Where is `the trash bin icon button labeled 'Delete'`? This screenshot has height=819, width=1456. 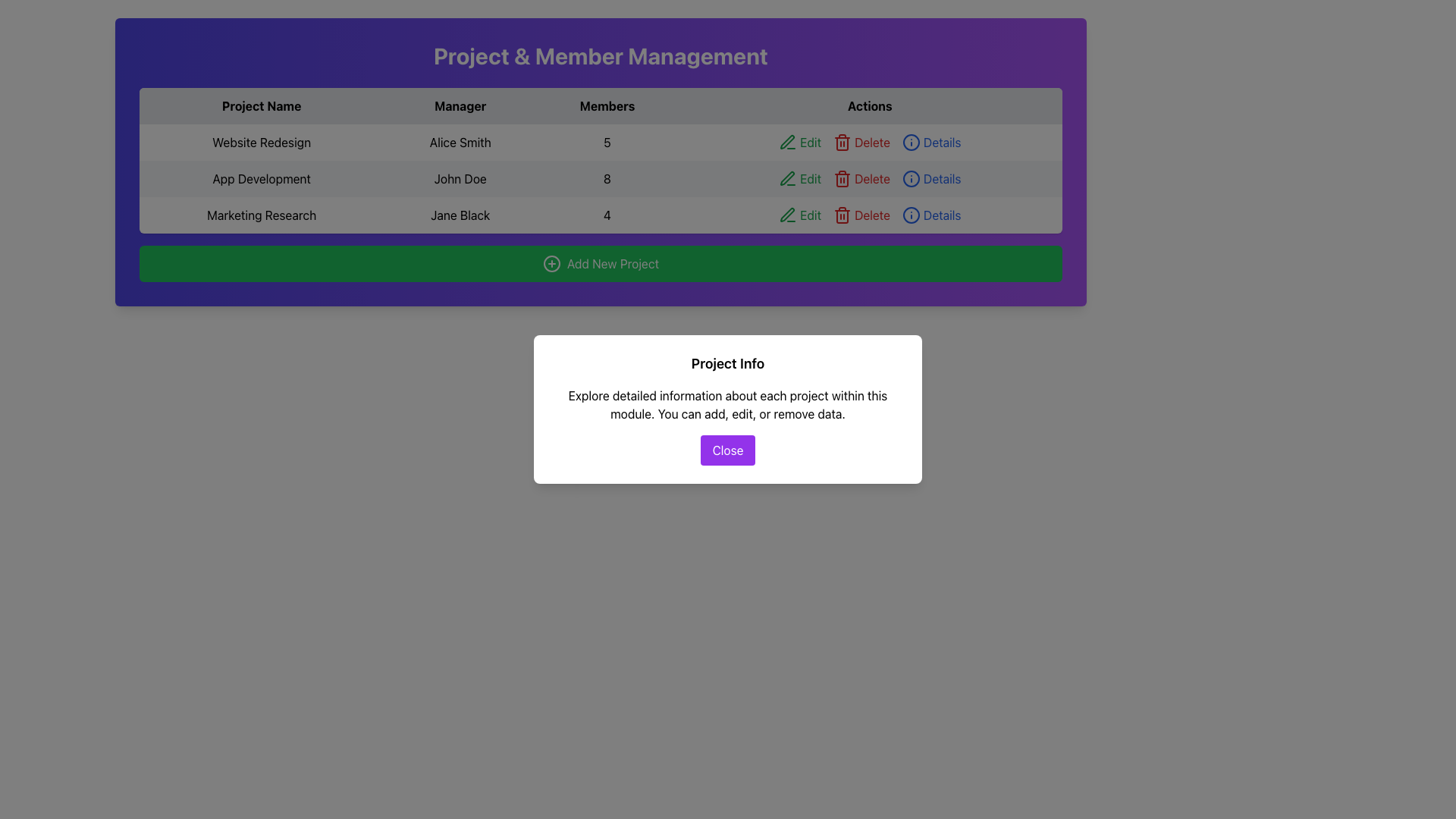 the trash bin icon button labeled 'Delete' is located at coordinates (842, 143).